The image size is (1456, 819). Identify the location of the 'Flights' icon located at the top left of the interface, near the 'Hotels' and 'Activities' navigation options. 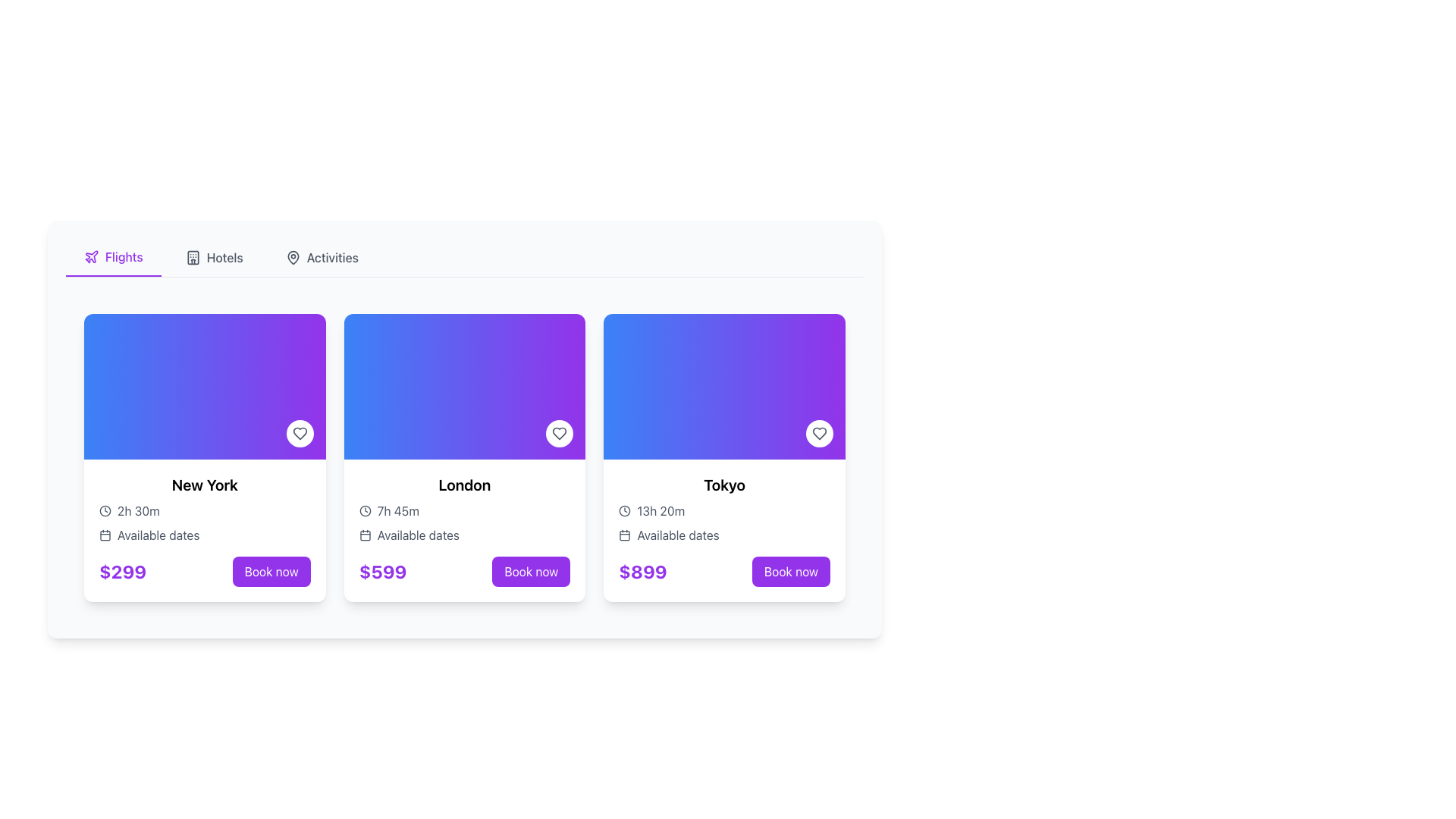
(91, 256).